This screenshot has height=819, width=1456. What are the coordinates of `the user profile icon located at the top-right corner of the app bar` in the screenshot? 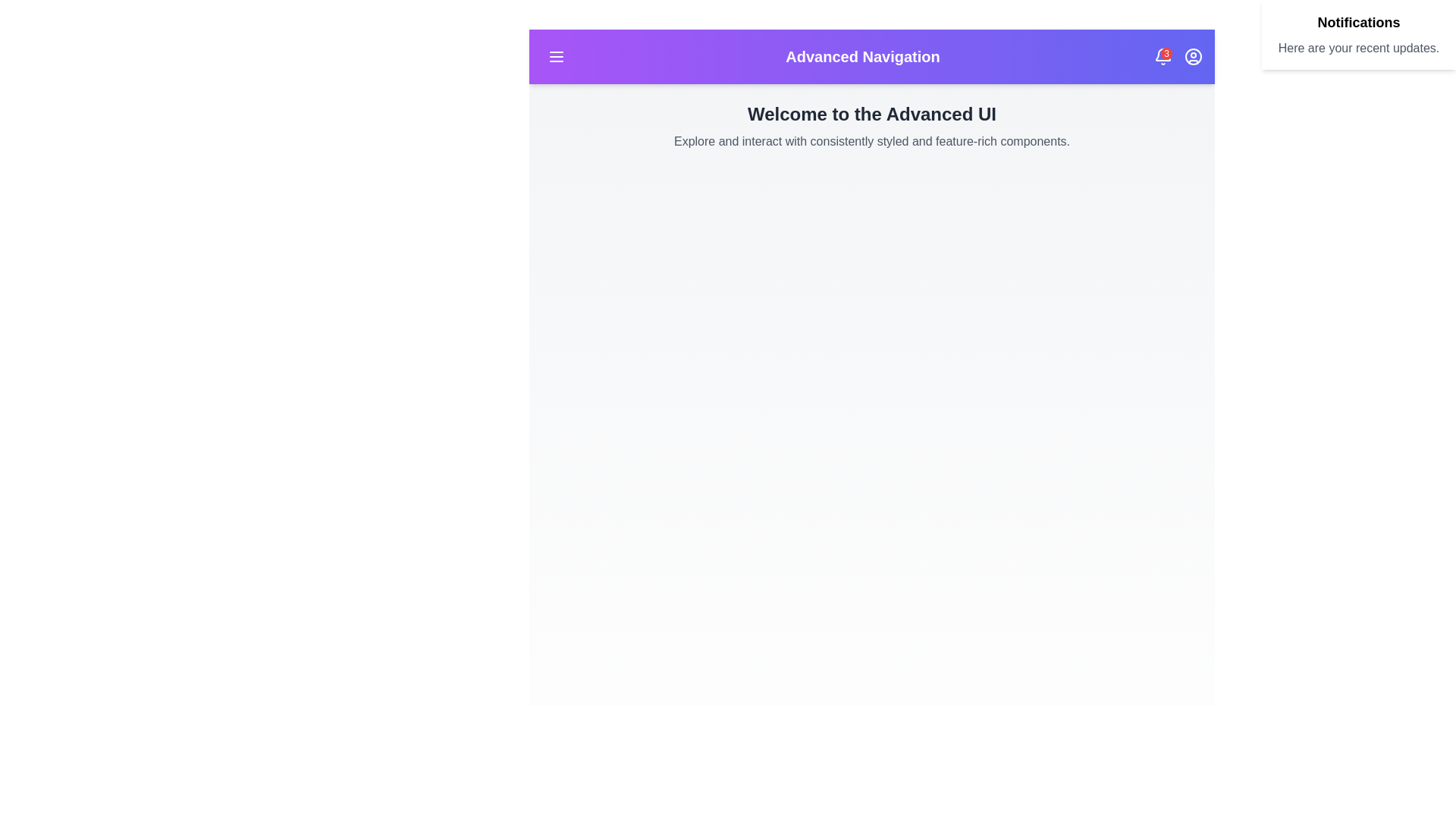 It's located at (1193, 55).